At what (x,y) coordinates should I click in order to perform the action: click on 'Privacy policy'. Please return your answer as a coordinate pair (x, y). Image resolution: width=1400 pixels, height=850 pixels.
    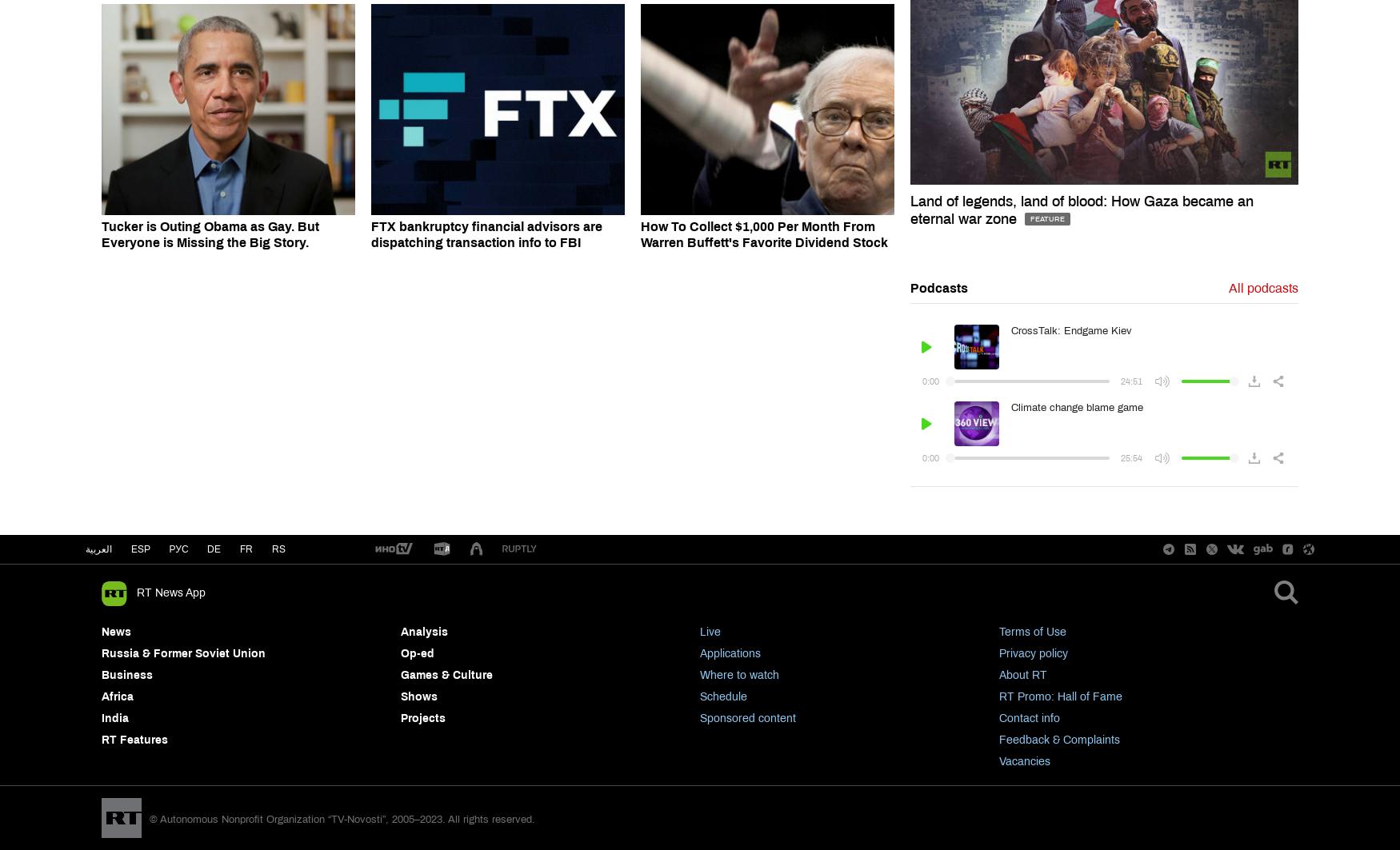
    Looking at the image, I should click on (1033, 652).